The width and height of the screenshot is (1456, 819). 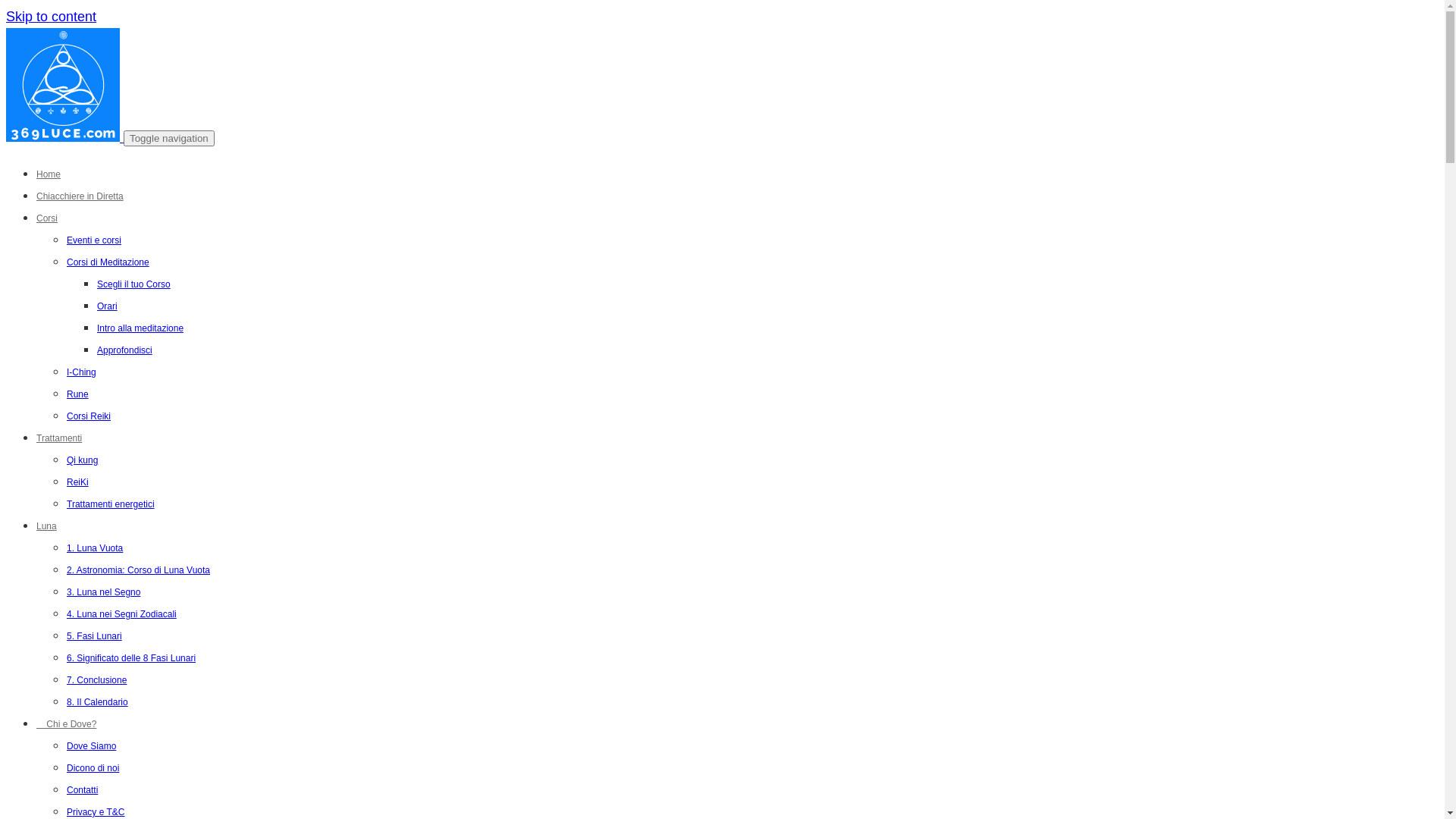 I want to click on 'Orari', so click(x=106, y=306).